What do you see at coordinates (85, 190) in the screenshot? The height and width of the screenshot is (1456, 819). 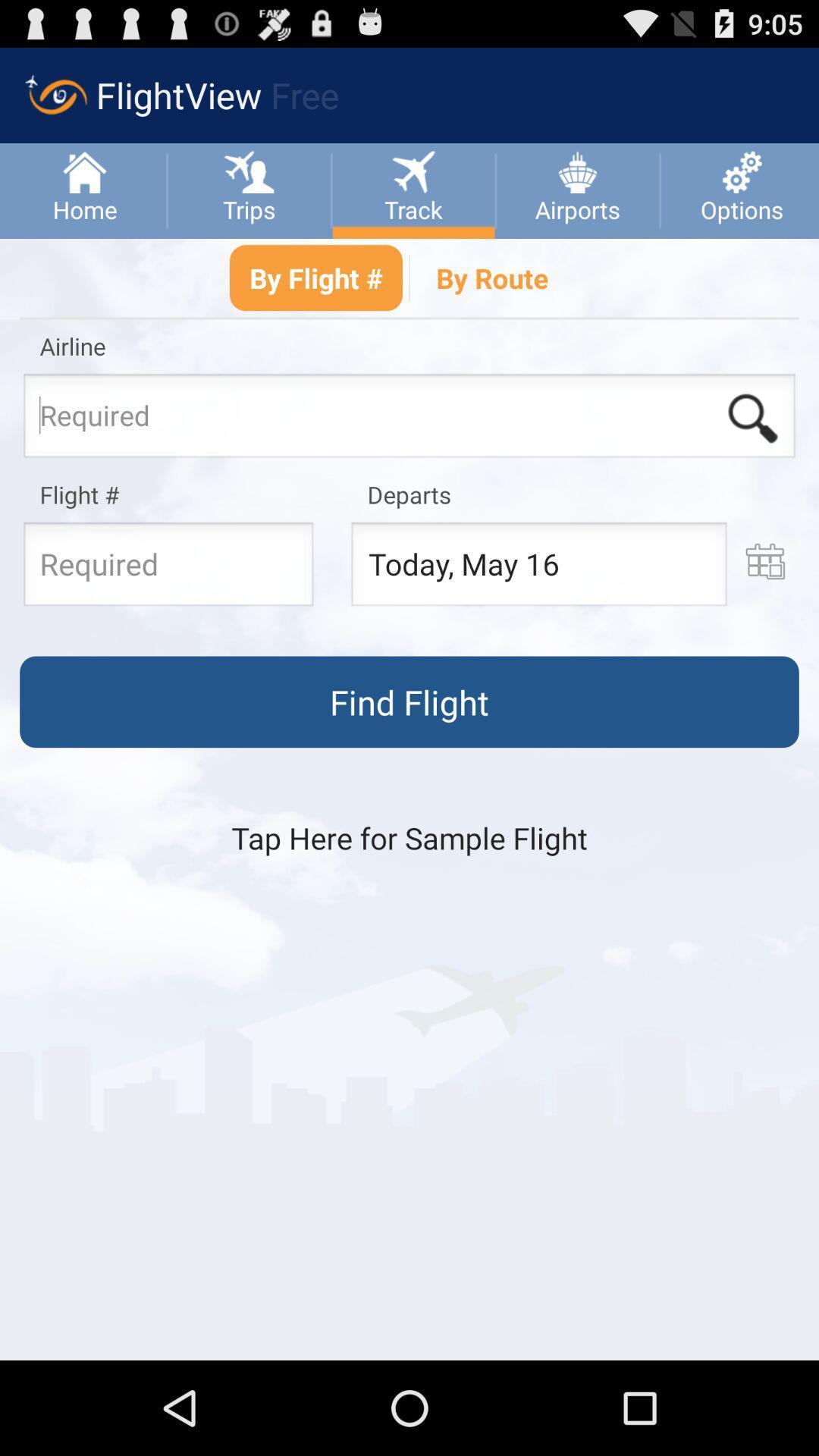 I see `the home option` at bounding box center [85, 190].